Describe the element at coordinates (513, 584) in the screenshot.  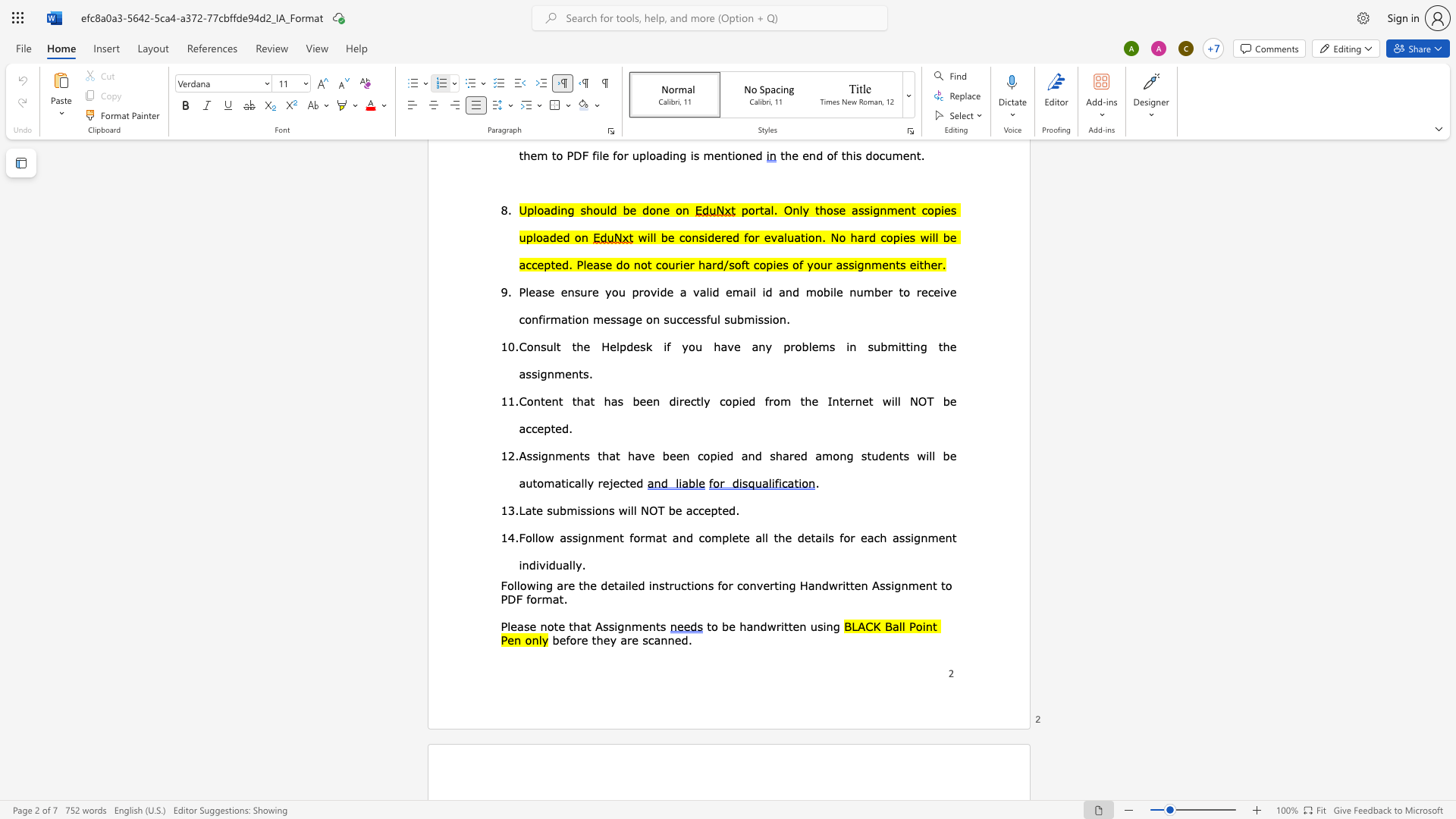
I see `the space between the continuous character "o" and "l" in the text` at that location.